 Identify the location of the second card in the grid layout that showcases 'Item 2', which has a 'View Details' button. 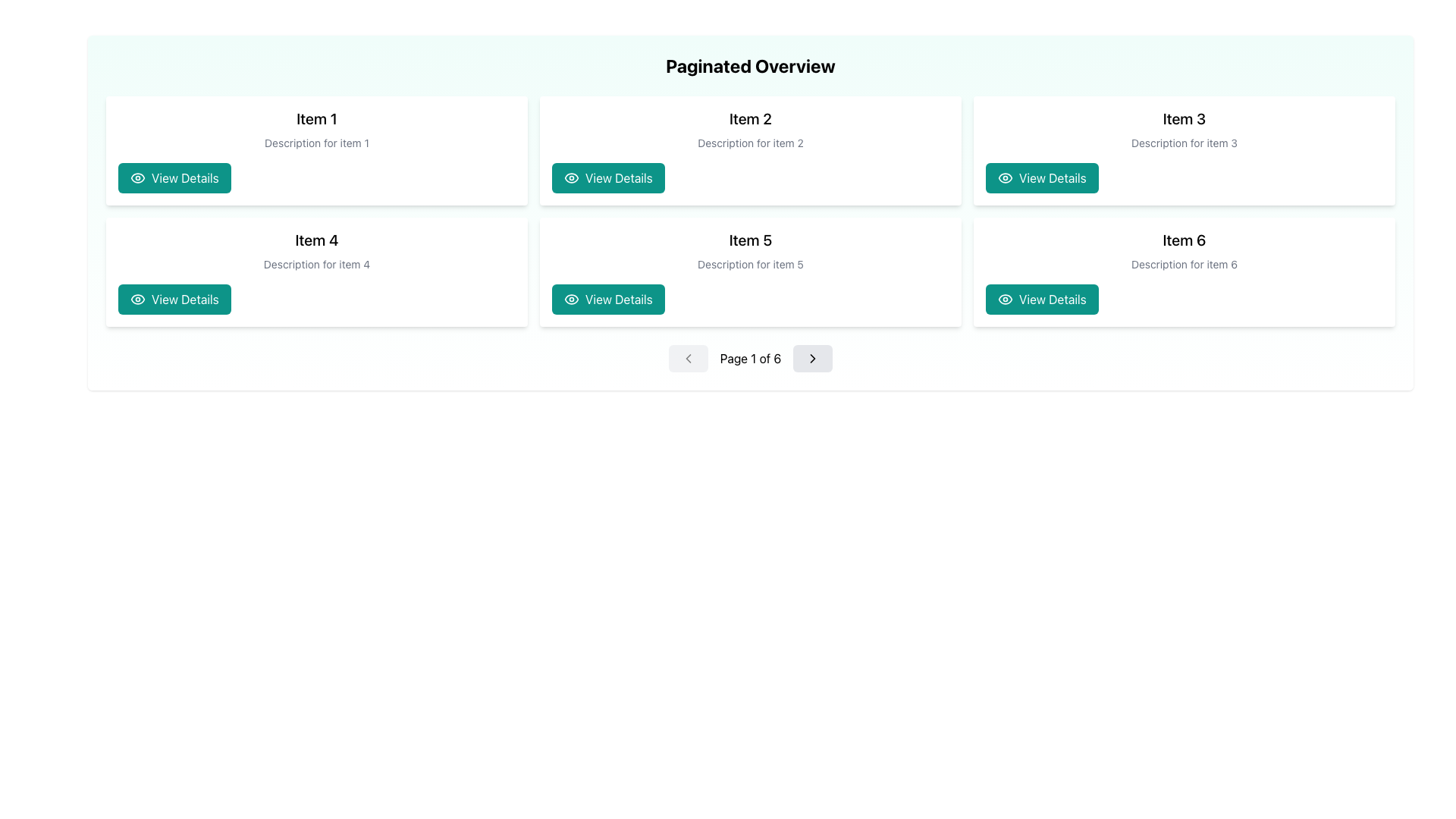
(750, 151).